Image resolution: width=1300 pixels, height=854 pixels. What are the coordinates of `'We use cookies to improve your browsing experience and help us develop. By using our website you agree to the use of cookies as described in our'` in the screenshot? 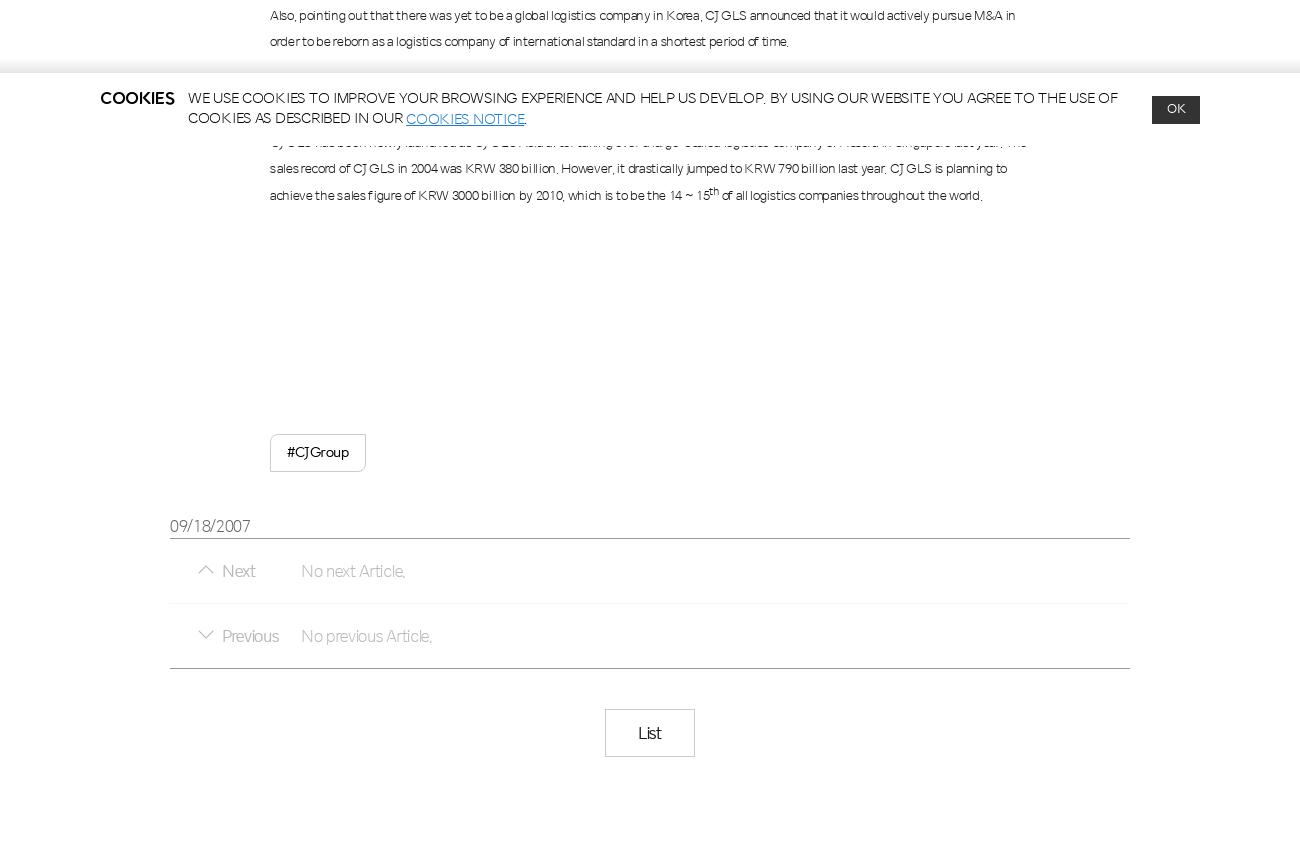 It's located at (651, 108).